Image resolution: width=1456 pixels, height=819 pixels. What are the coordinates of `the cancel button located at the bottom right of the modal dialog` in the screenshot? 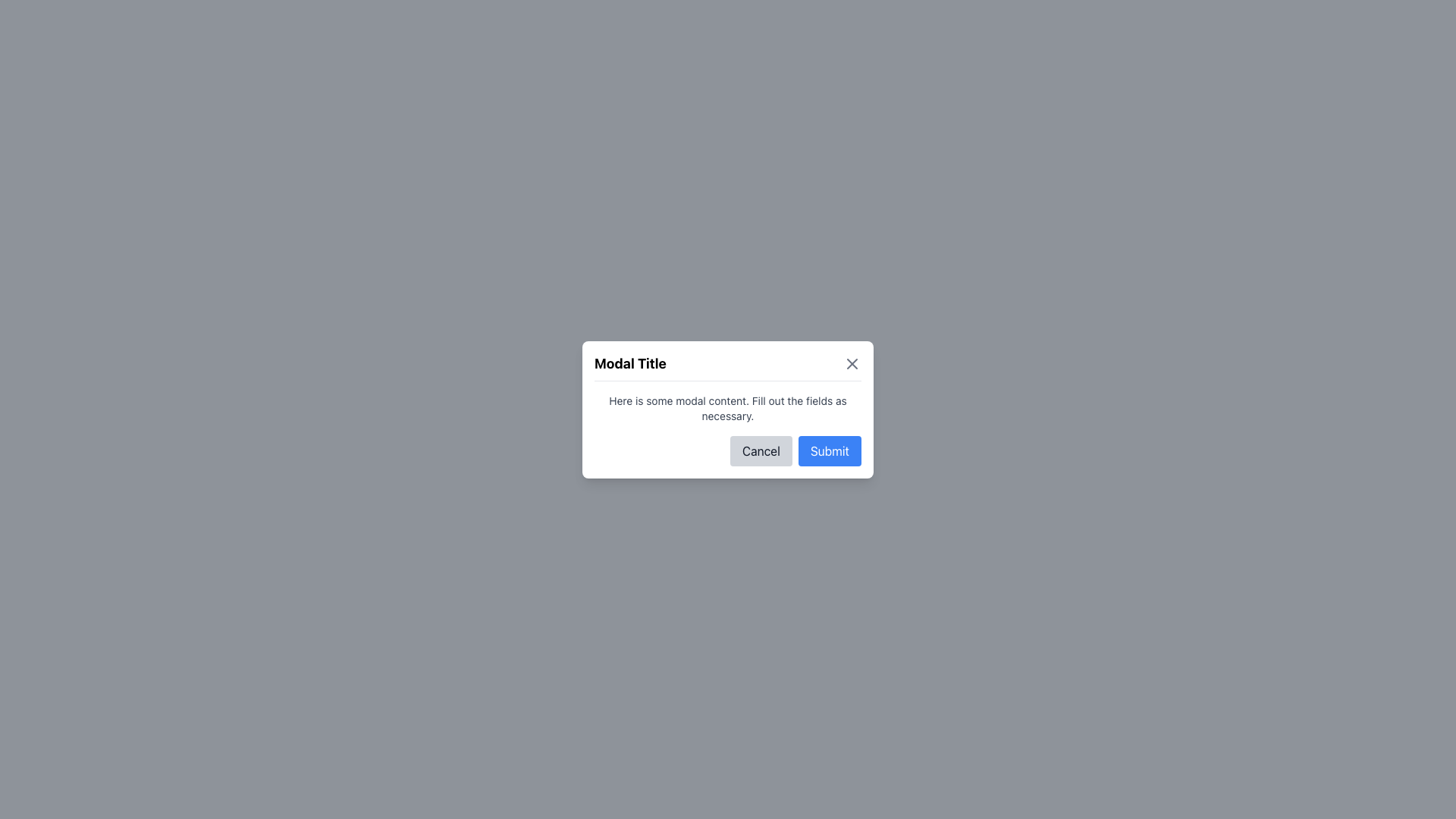 It's located at (761, 450).